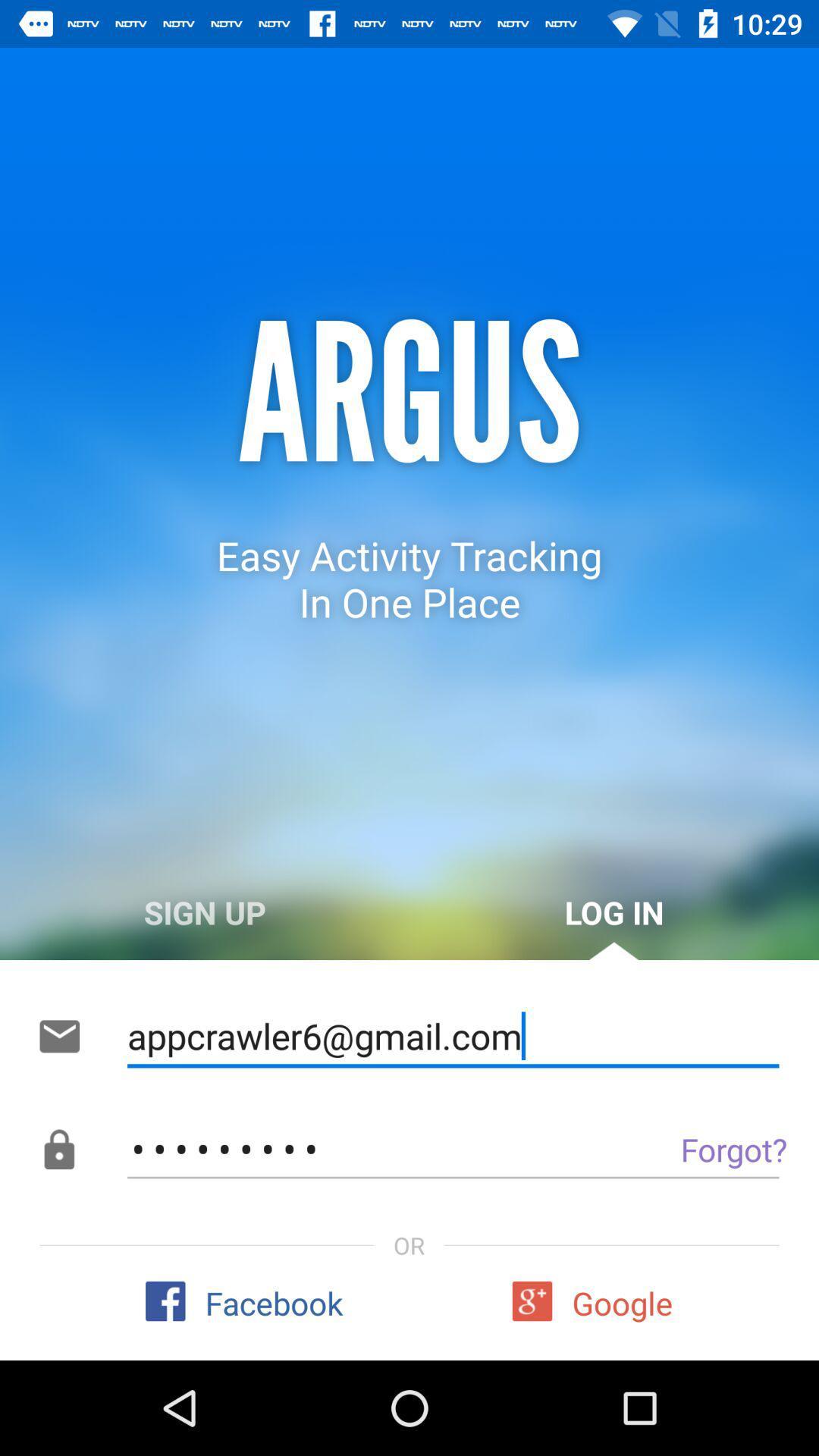 This screenshot has height=1456, width=819. I want to click on appcrawler6@gmail.com icon, so click(452, 1036).